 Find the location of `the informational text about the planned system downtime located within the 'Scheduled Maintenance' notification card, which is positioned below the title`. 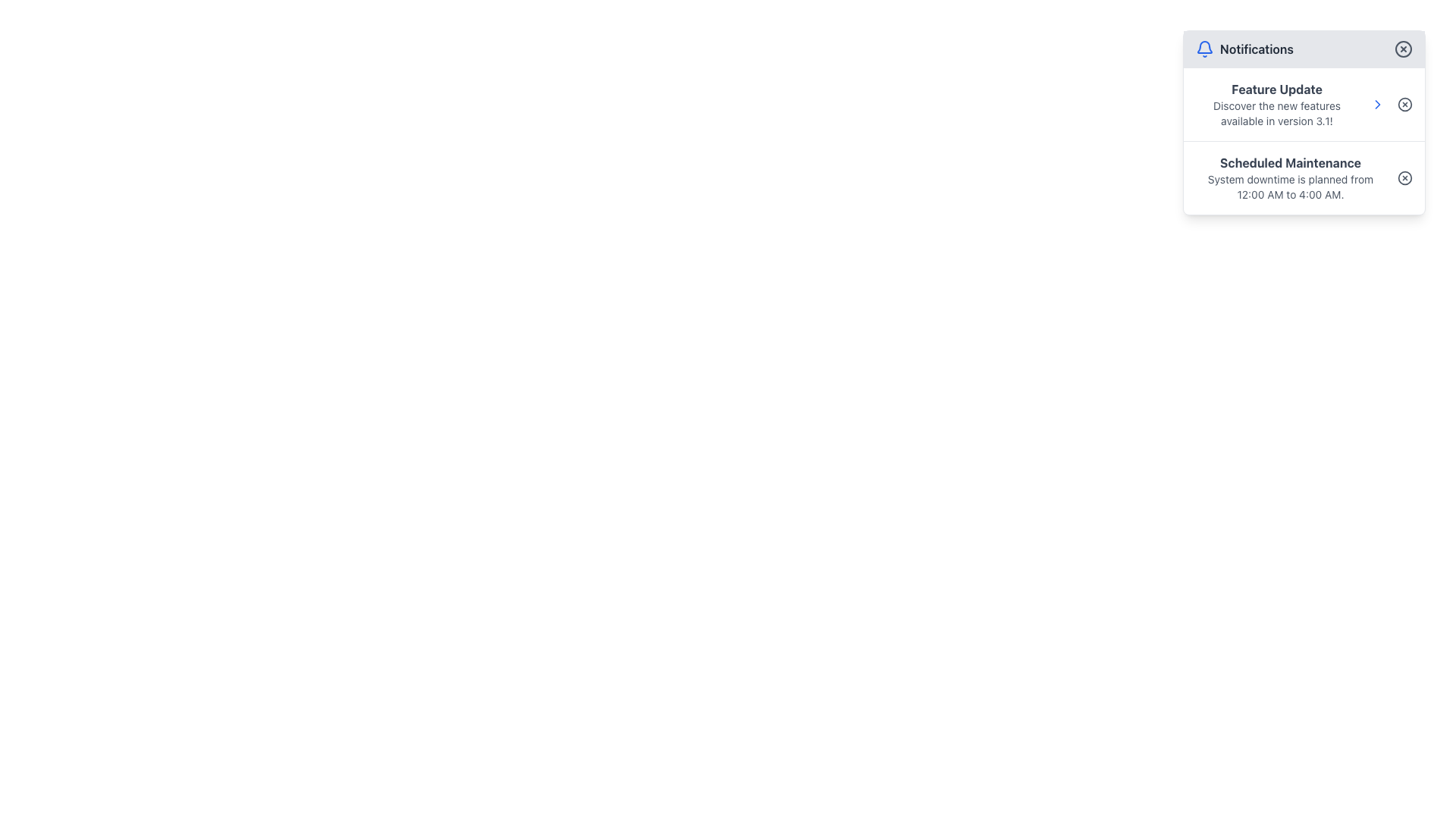

the informational text about the planned system downtime located within the 'Scheduled Maintenance' notification card, which is positioned below the title is located at coordinates (1290, 186).